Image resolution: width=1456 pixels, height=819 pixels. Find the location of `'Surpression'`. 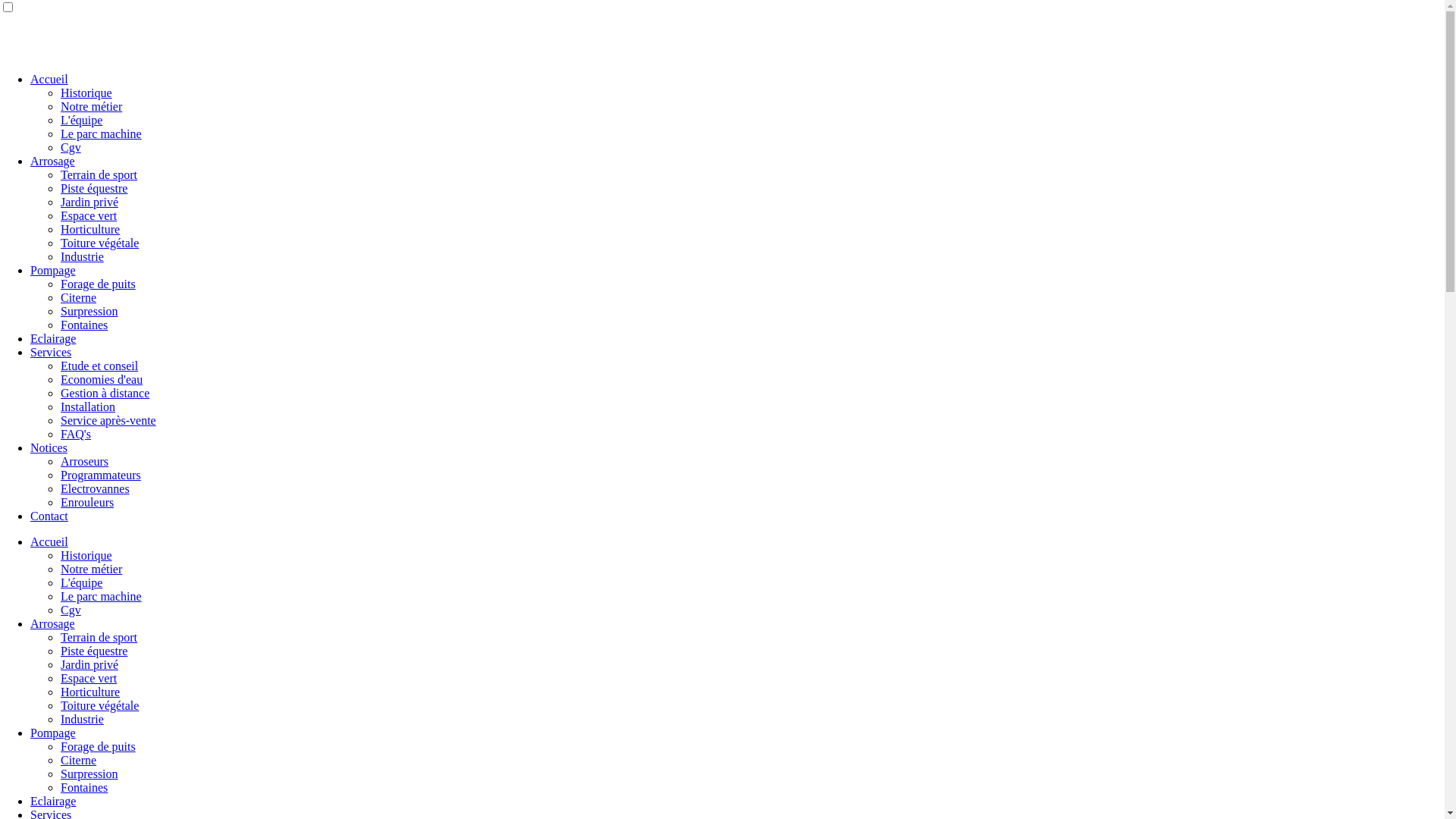

'Surpression' is located at coordinates (61, 773).